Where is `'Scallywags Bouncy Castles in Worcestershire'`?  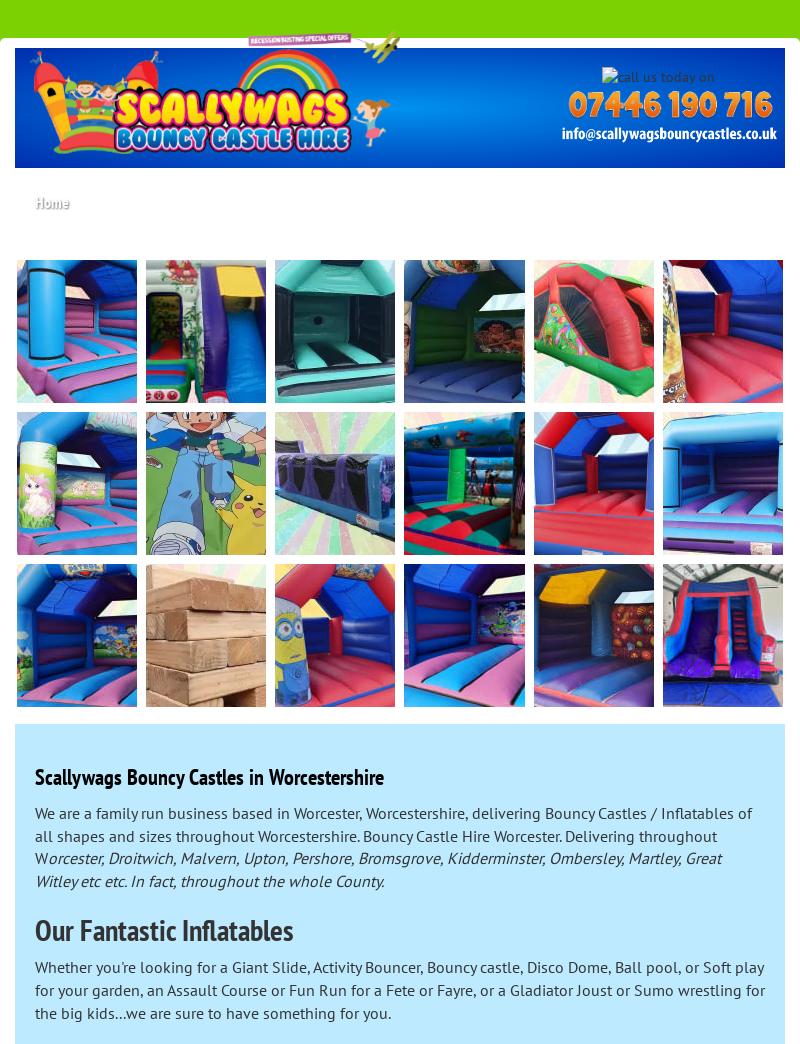 'Scallywags Bouncy Castles in Worcestershire' is located at coordinates (209, 777).